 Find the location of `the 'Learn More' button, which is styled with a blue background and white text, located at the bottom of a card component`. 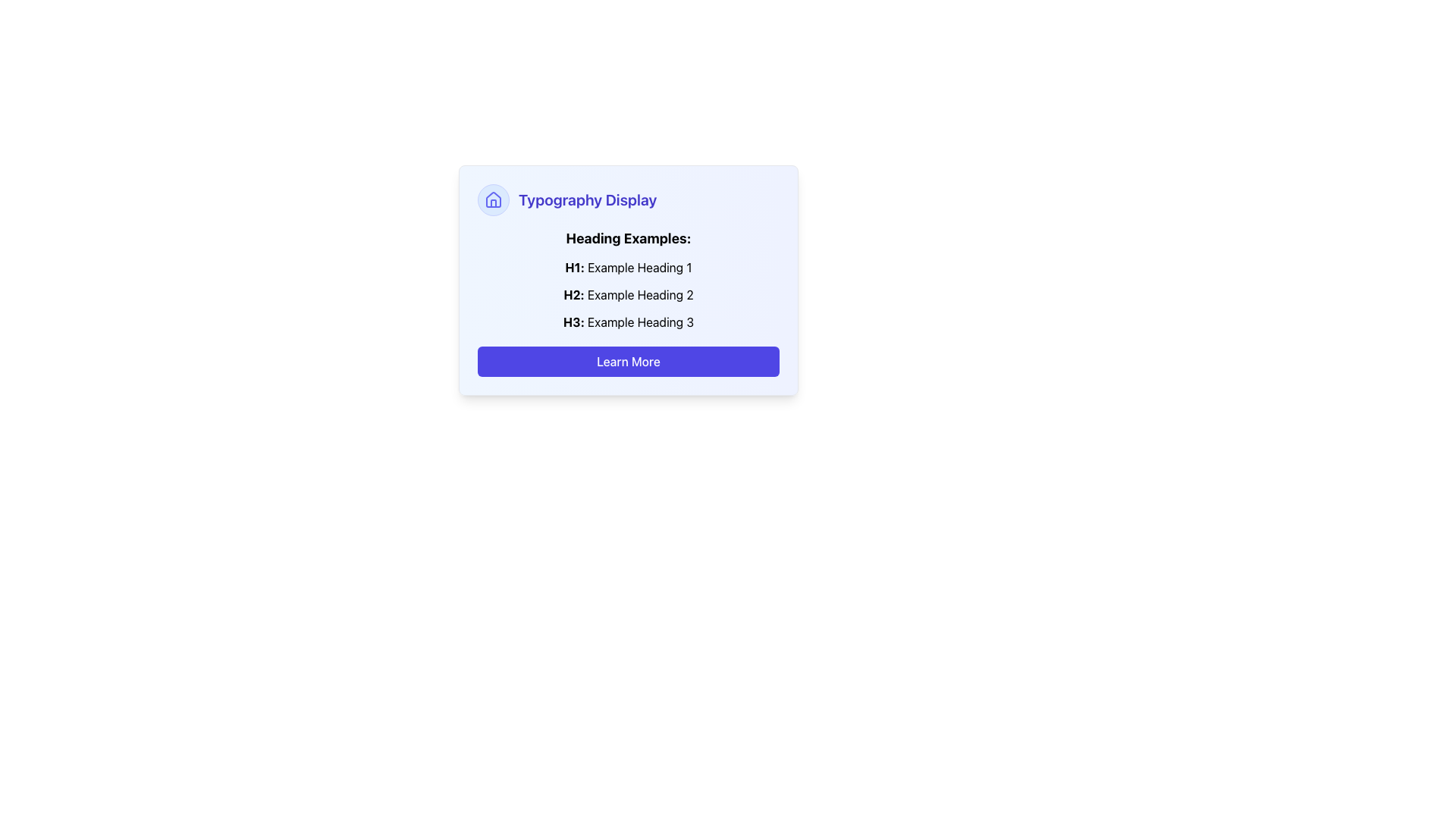

the 'Learn More' button, which is styled with a blue background and white text, located at the bottom of a card component is located at coordinates (629, 362).